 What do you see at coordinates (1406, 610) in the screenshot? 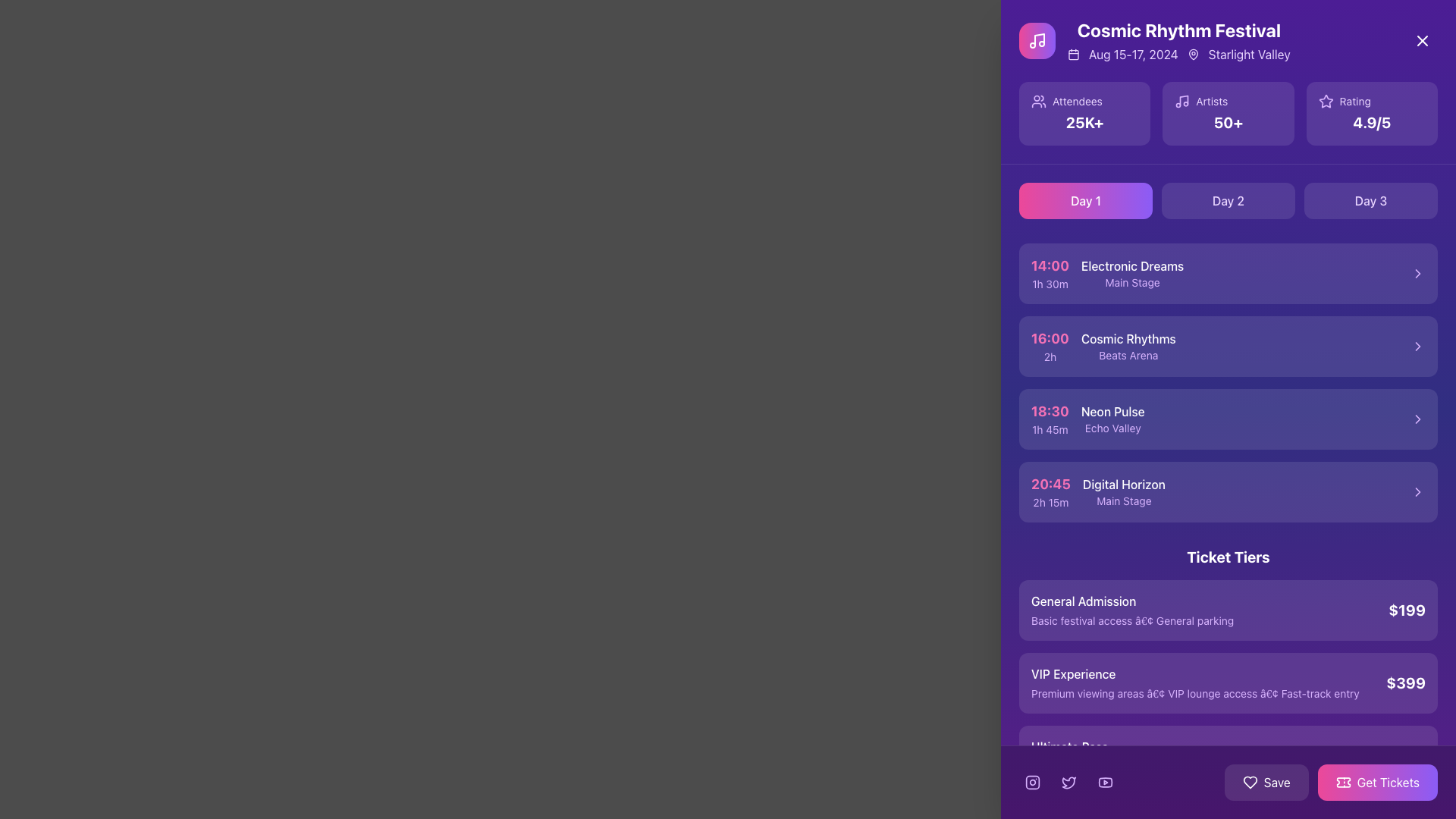
I see `the static Text label displaying the ticket price for the 'General Admission' tier located in the 'Ticket Tiers' section` at bounding box center [1406, 610].